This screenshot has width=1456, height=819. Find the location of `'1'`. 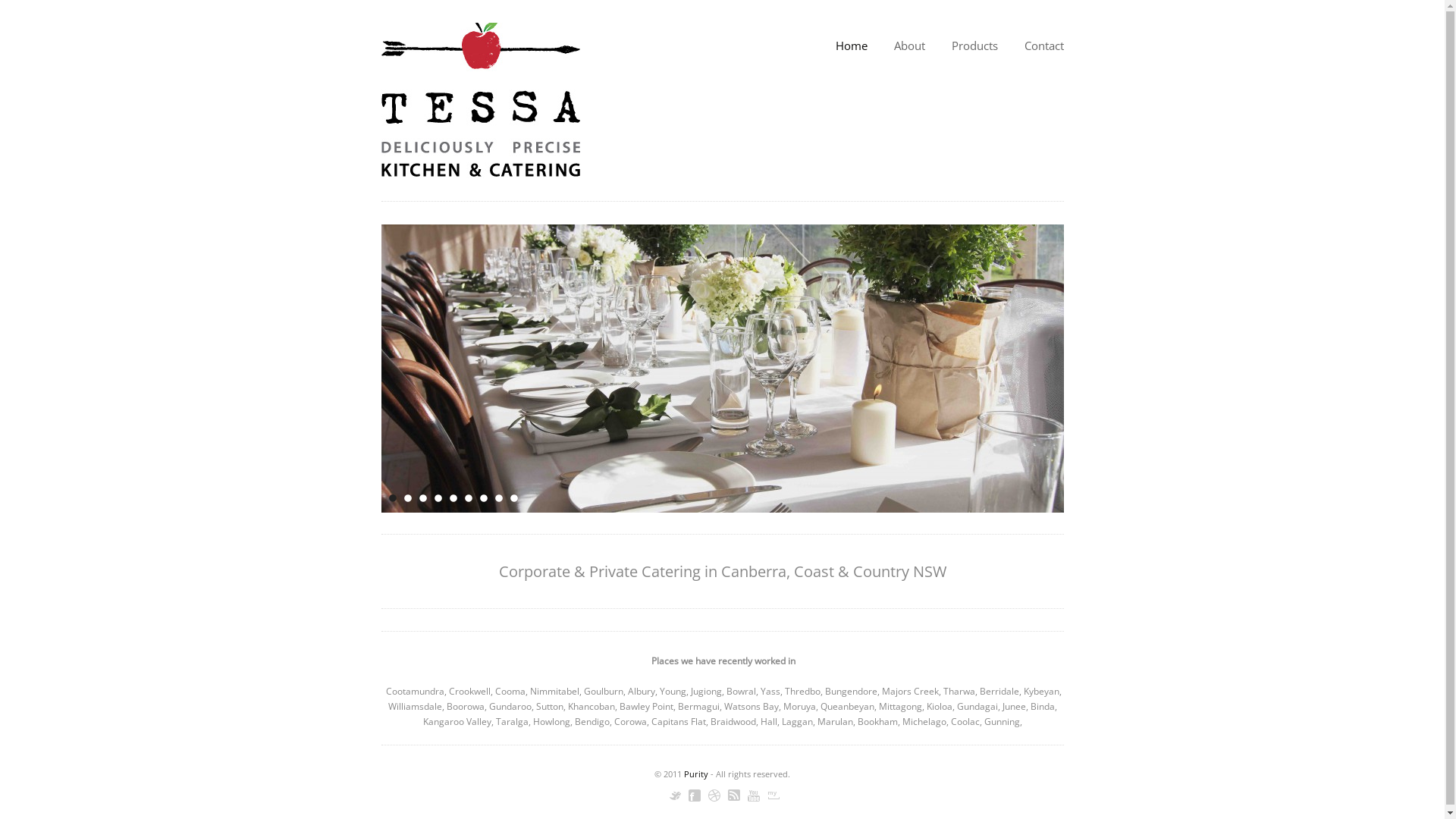

'1' is located at coordinates (392, 497).